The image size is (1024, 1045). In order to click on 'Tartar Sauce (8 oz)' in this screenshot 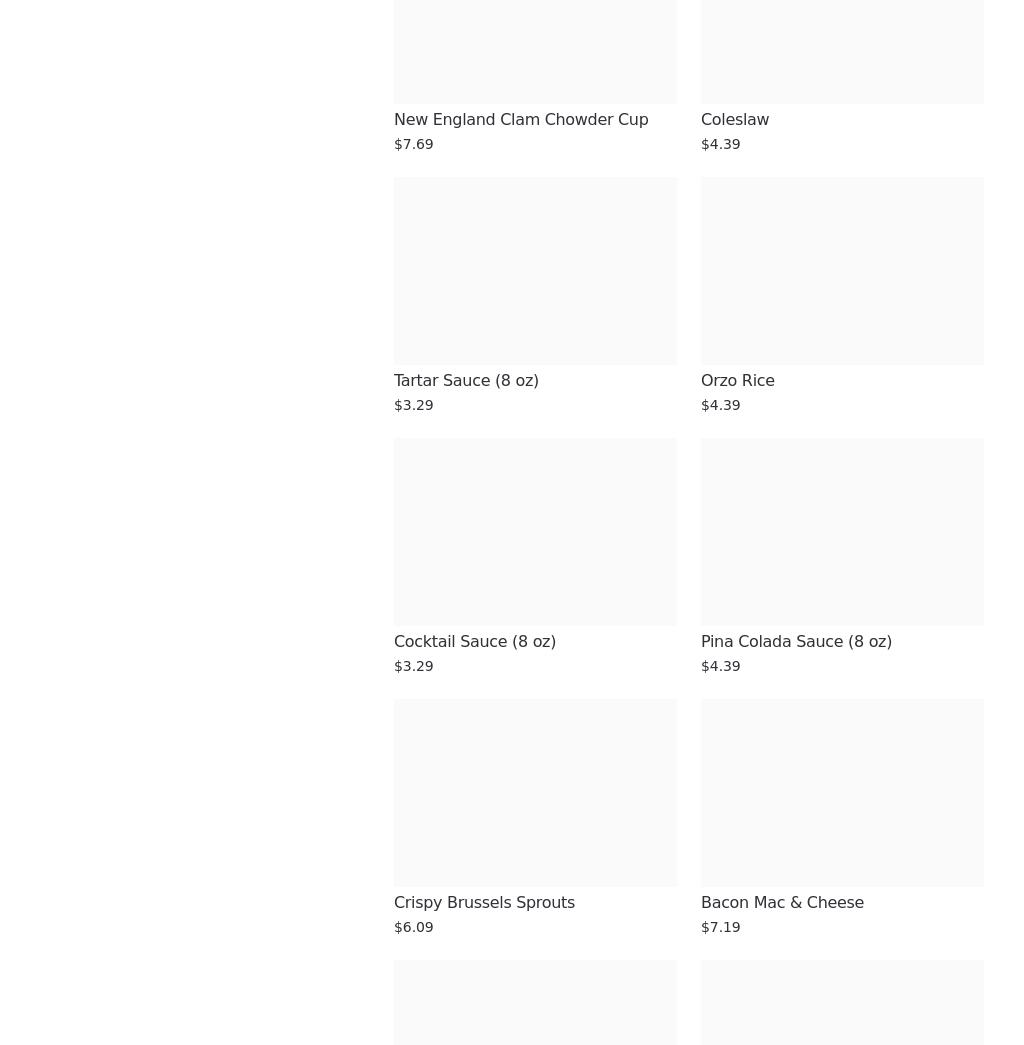, I will do `click(466, 379)`.